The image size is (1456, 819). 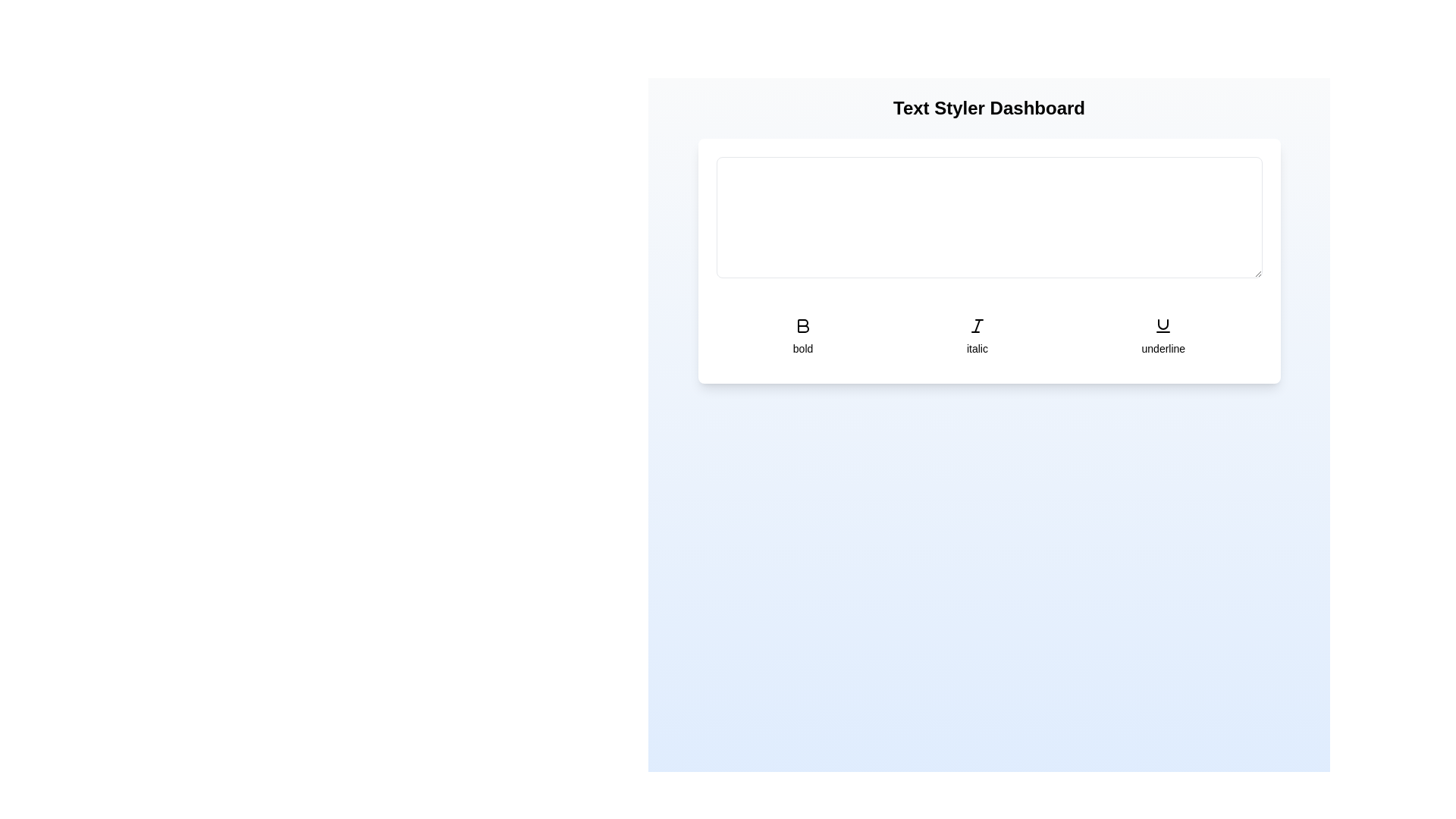 I want to click on the italic button to toggle italic styling for the text, so click(x=977, y=335).